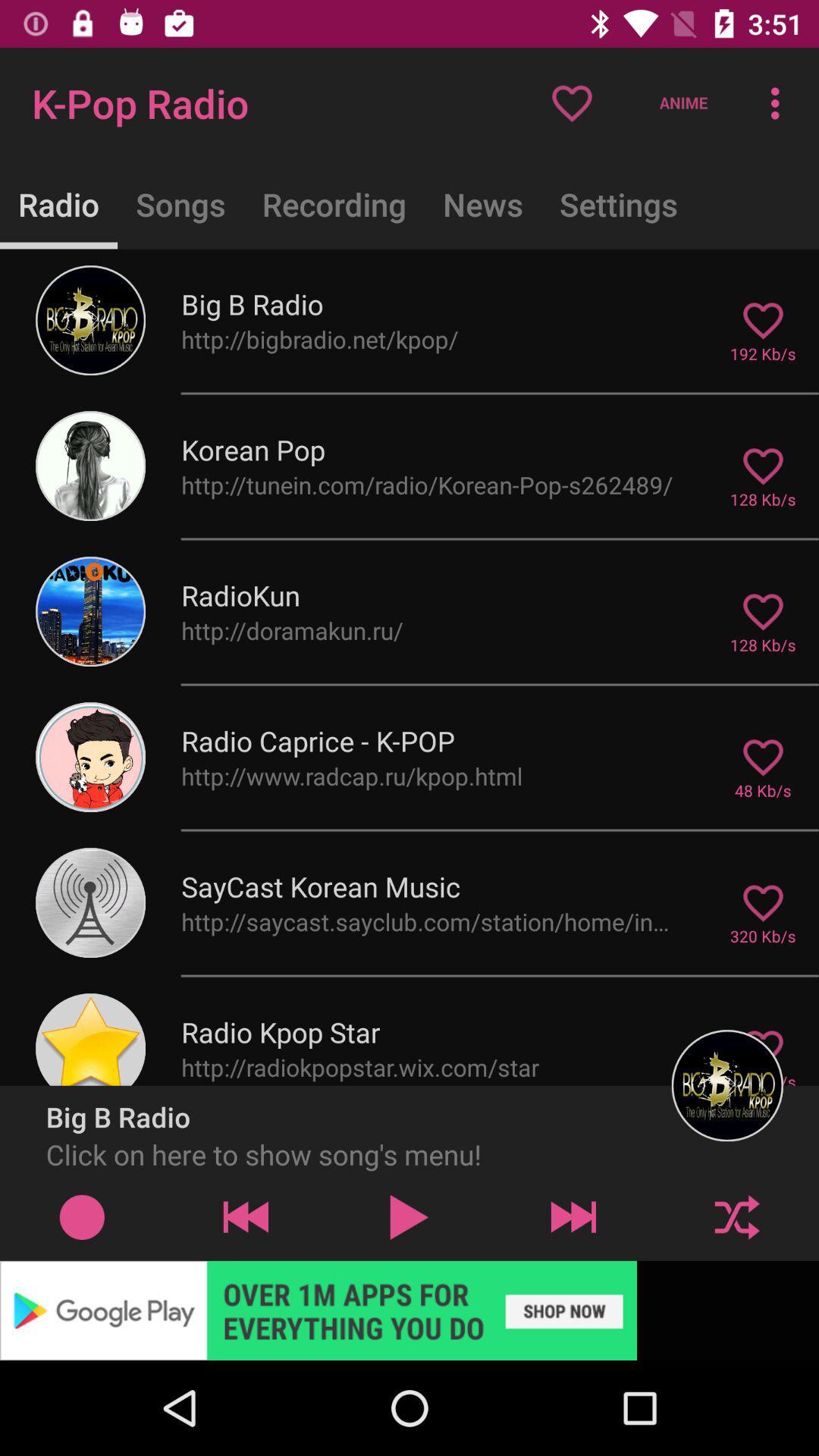 The height and width of the screenshot is (1456, 819). Describe the element at coordinates (763, 611) in the screenshot. I see `the like icon which is to the right of radiokun` at that location.